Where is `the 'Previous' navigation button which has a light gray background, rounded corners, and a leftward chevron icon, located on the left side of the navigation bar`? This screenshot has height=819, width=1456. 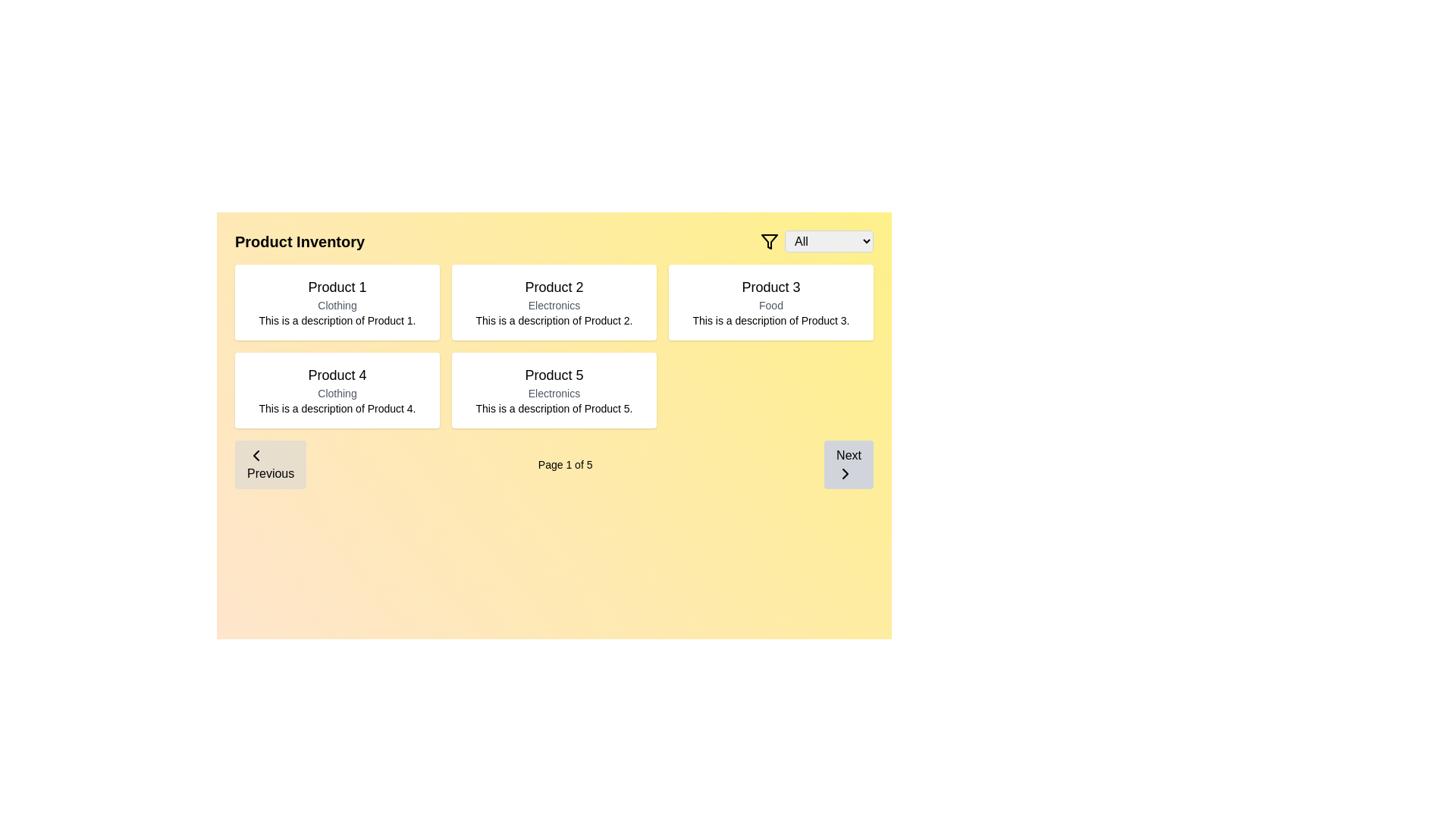
the 'Previous' navigation button which has a light gray background, rounded corners, and a leftward chevron icon, located on the left side of the navigation bar is located at coordinates (271, 464).